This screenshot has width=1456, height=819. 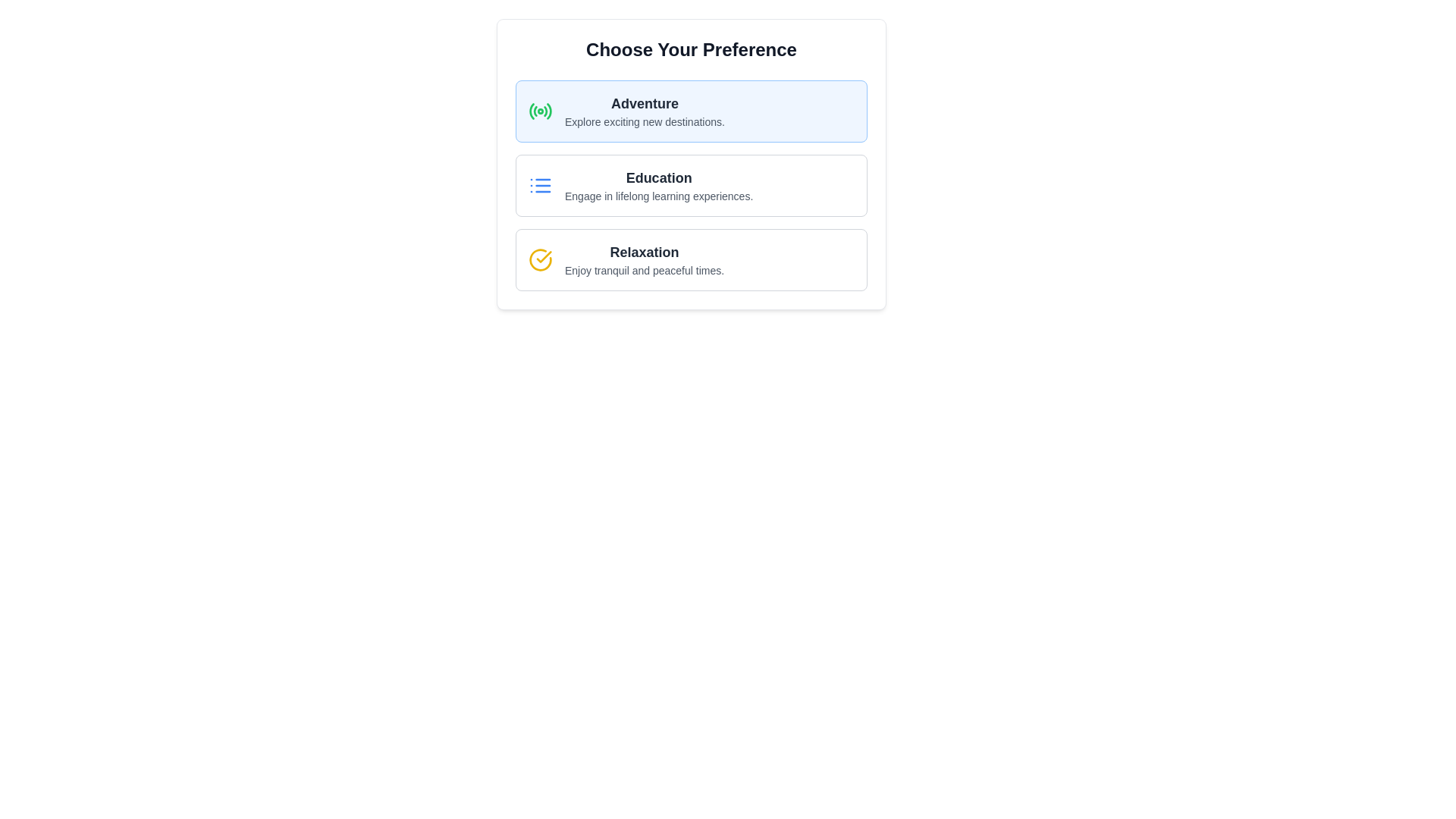 I want to click on the text label displaying the word 'Adventure', which is styled in a bold dark gray font on a light blue background, located at the top of the first card layout in a vertical list of preference options, so click(x=645, y=103).